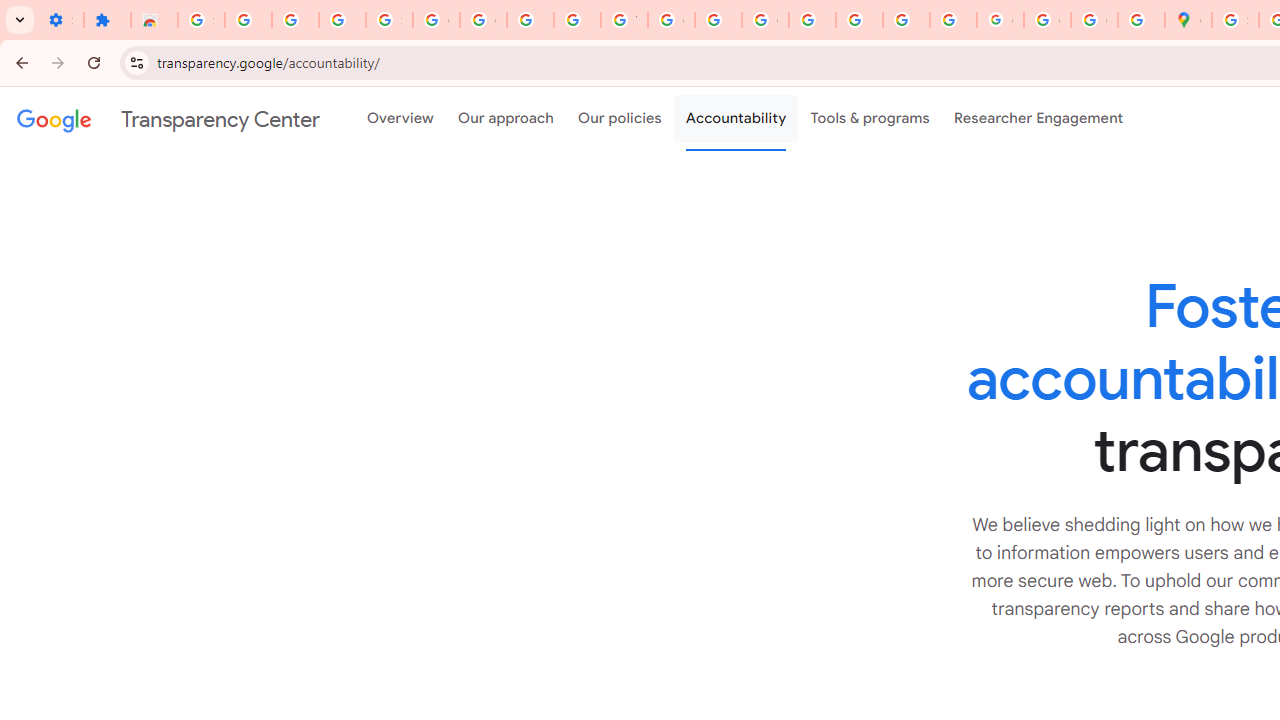 Image resolution: width=1280 pixels, height=720 pixels. What do you see at coordinates (483, 20) in the screenshot?
I see `'Google Account Help'` at bounding box center [483, 20].